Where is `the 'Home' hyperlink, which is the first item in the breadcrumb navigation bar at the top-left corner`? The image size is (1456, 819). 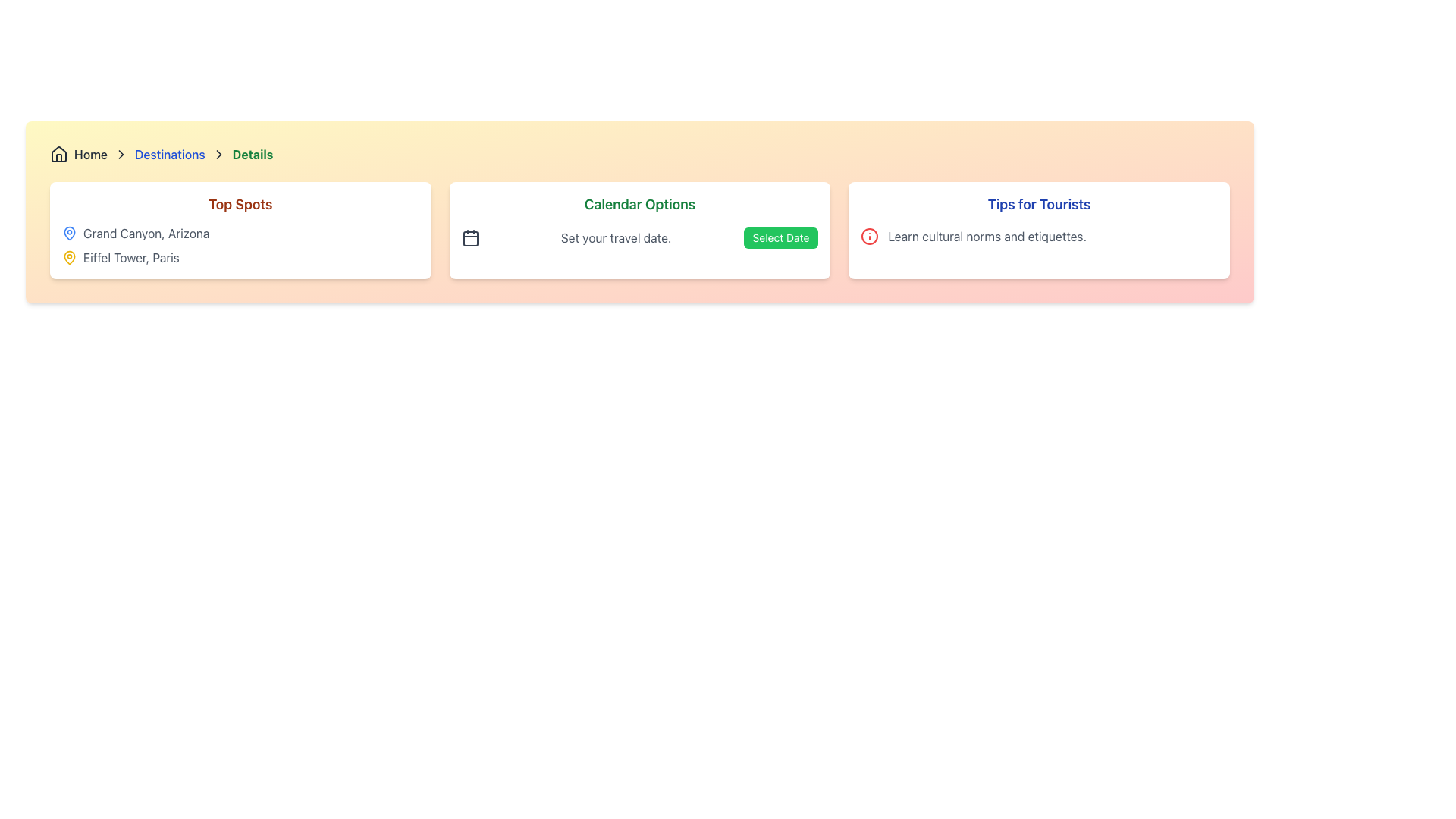
the 'Home' hyperlink, which is the first item in the breadcrumb navigation bar at the top-left corner is located at coordinates (78, 155).